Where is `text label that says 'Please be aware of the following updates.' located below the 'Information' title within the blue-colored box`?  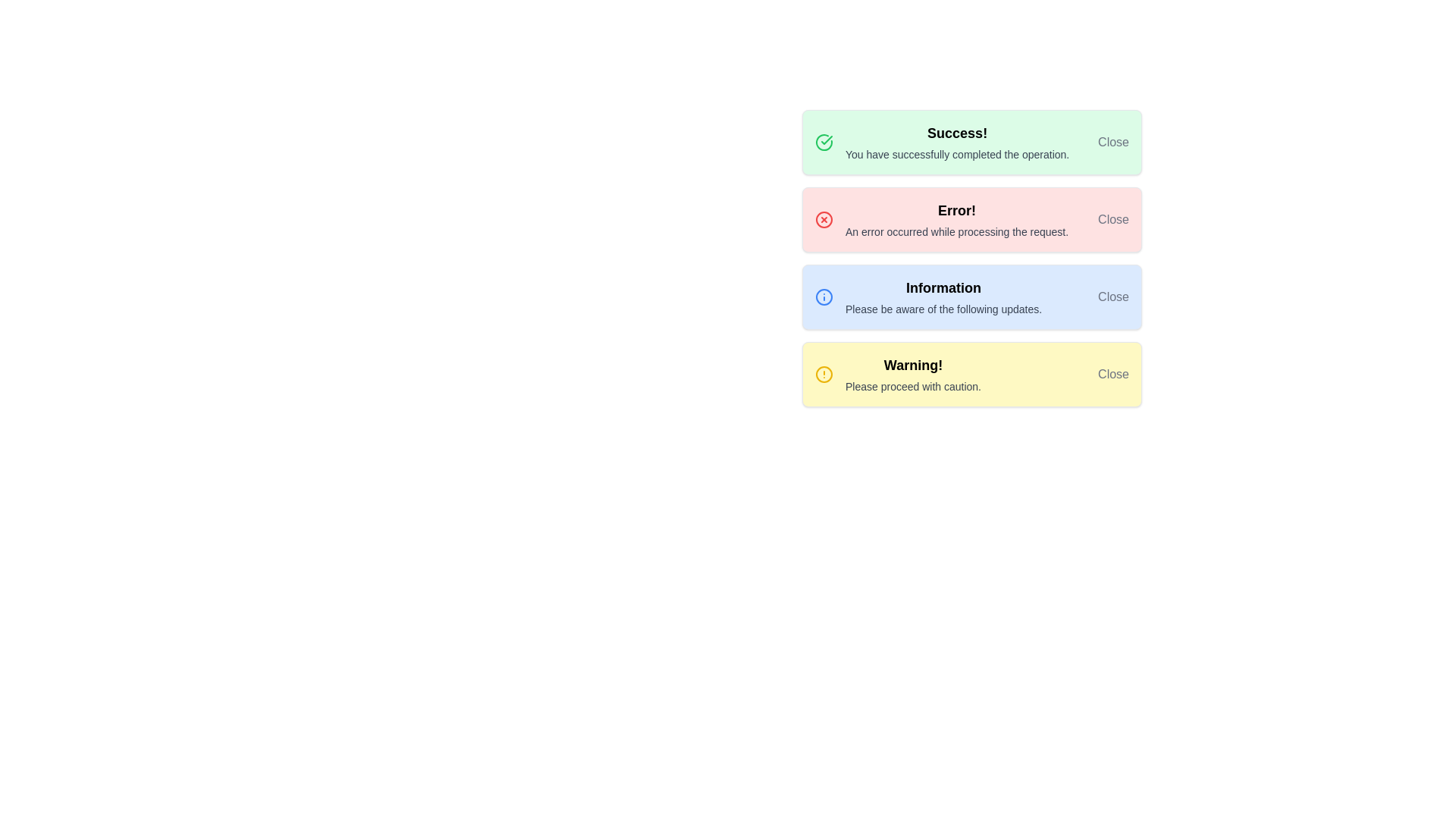 text label that says 'Please be aware of the following updates.' located below the 'Information' title within the blue-colored box is located at coordinates (943, 309).